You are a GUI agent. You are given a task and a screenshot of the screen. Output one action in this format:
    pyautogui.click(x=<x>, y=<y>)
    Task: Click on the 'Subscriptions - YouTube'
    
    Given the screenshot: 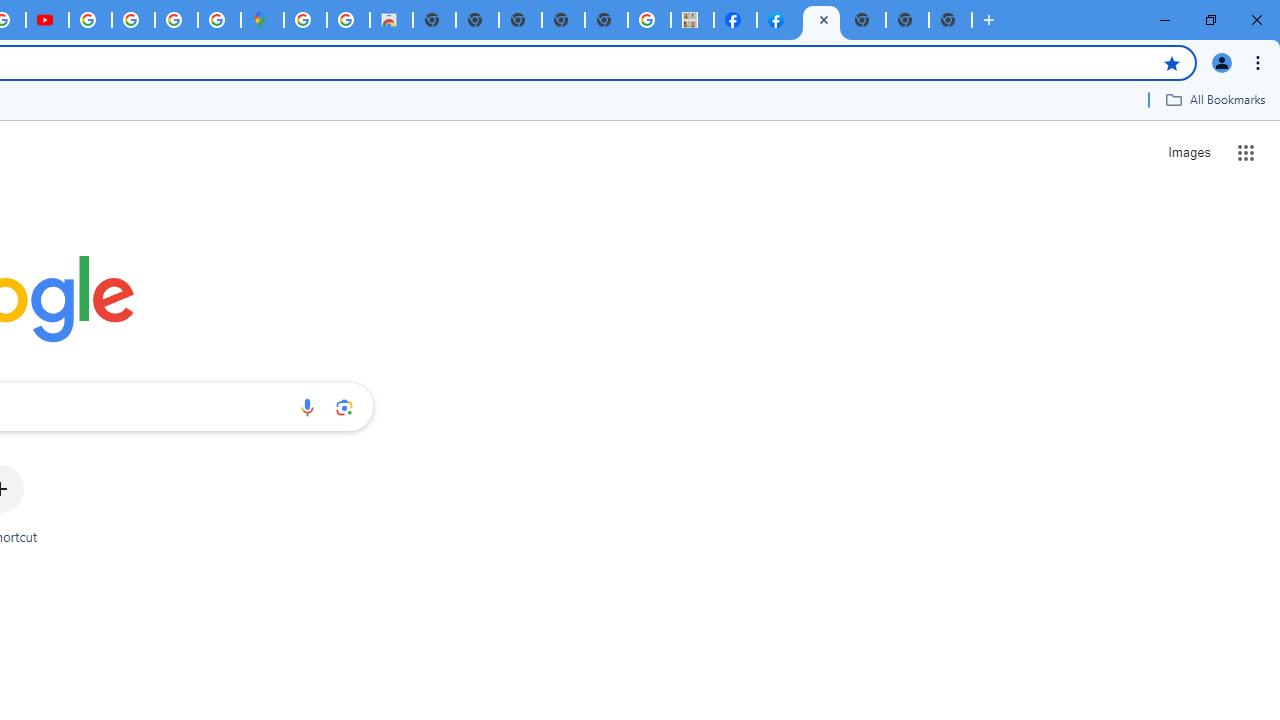 What is the action you would take?
    pyautogui.click(x=47, y=20)
    